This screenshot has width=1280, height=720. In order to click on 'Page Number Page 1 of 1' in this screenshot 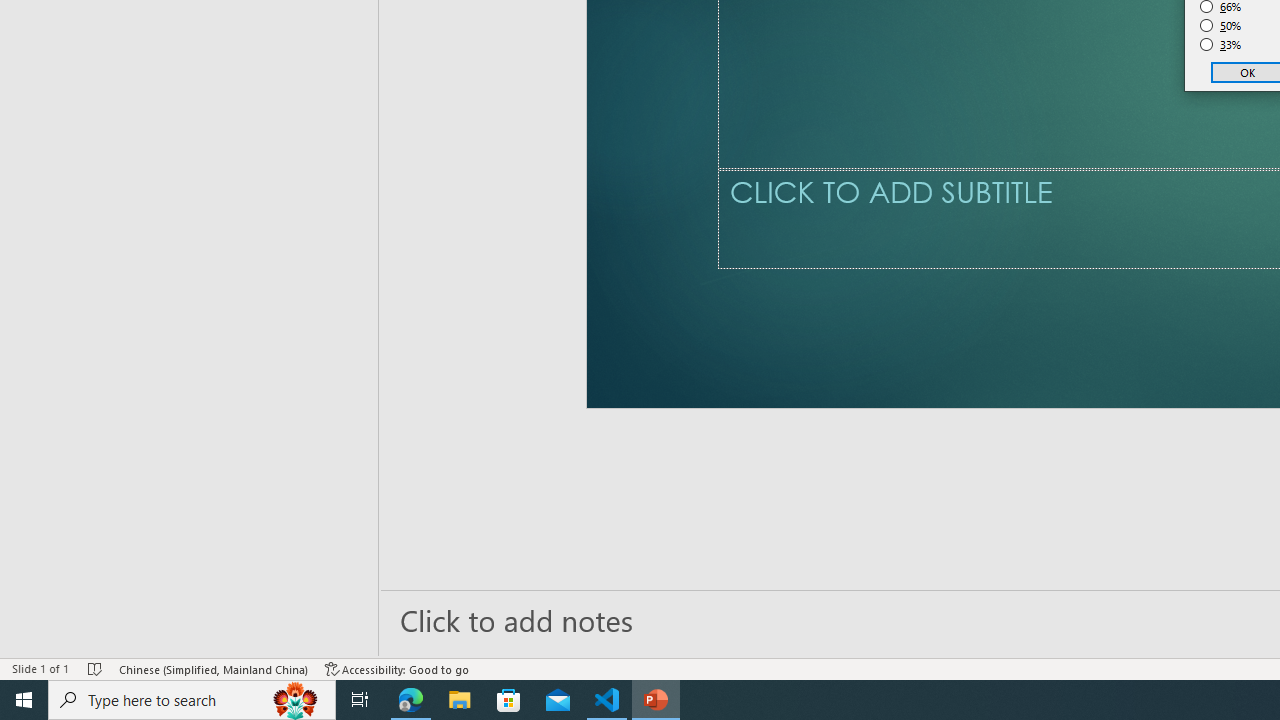, I will do `click(55, 640)`.